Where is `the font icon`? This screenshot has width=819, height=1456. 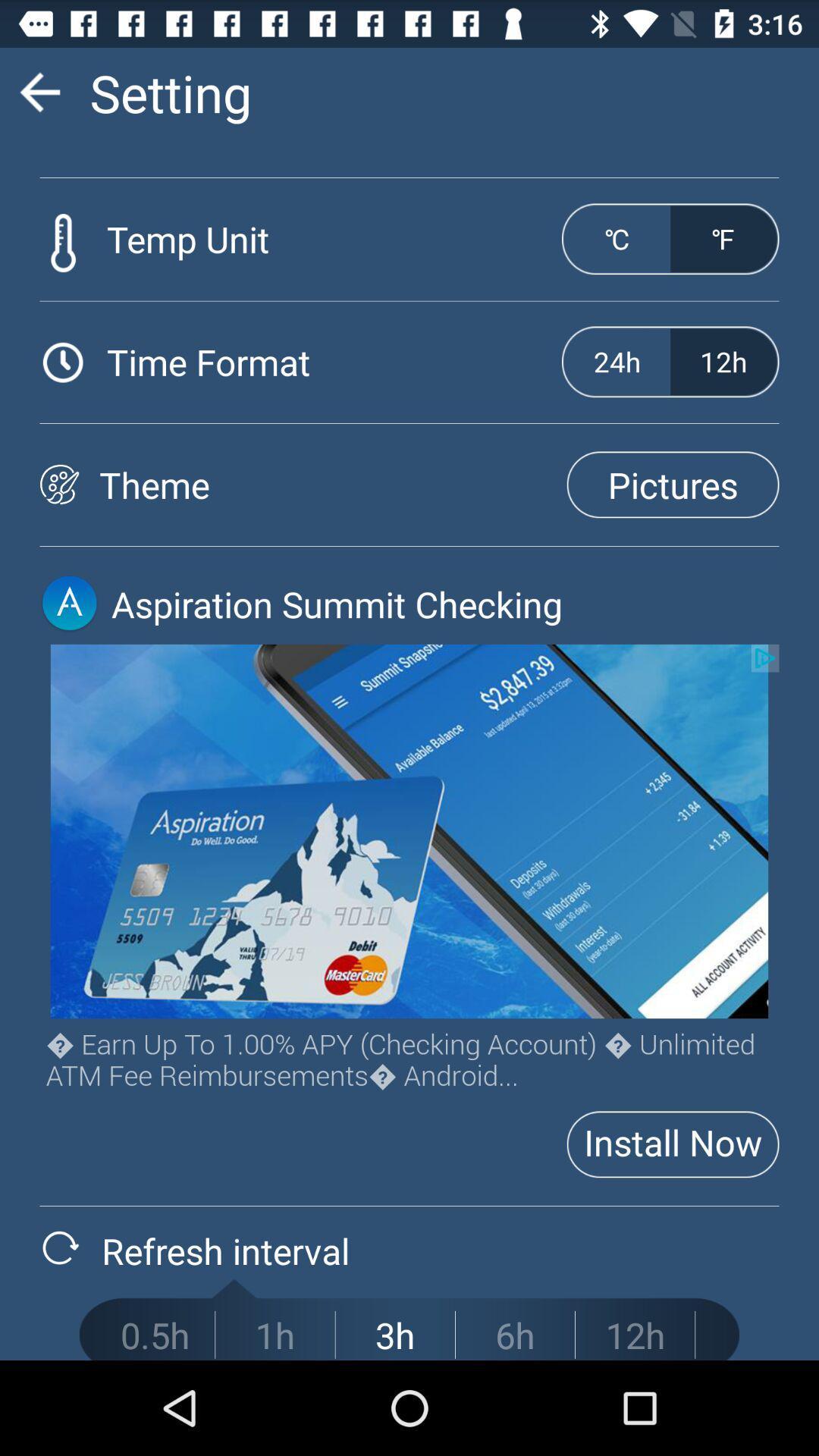 the font icon is located at coordinates (69, 646).